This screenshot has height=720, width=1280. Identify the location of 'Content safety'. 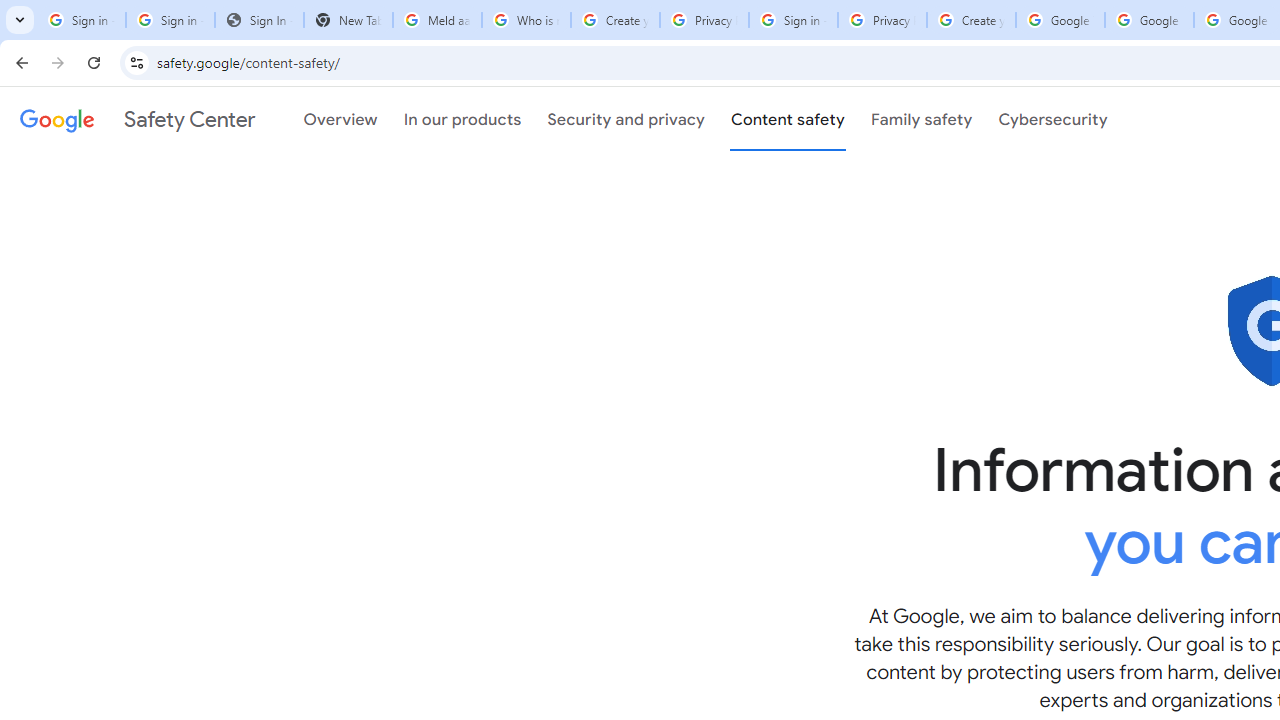
(786, 119).